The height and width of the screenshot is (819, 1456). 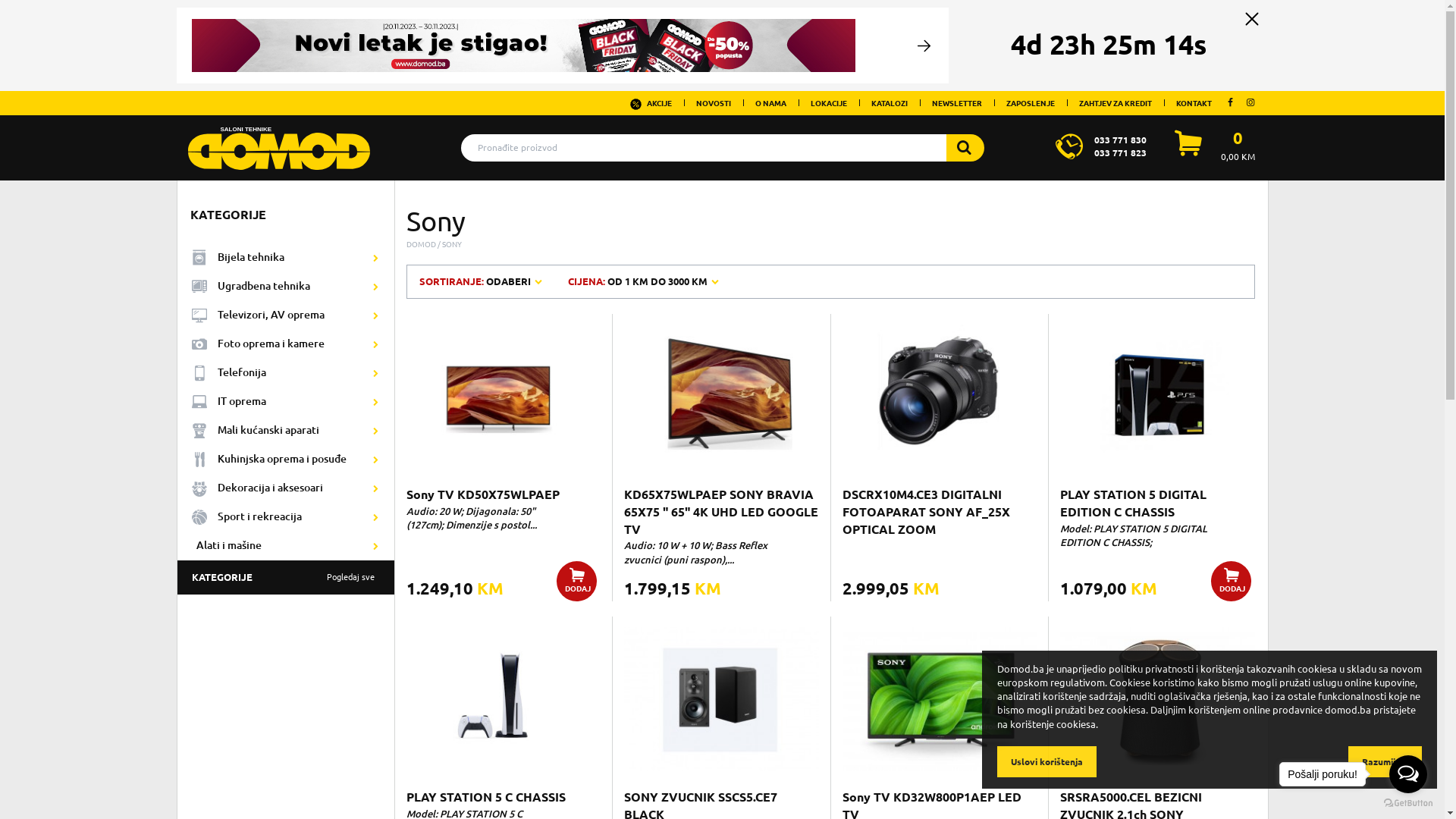 What do you see at coordinates (1193, 102) in the screenshot?
I see `'KONTAKT'` at bounding box center [1193, 102].